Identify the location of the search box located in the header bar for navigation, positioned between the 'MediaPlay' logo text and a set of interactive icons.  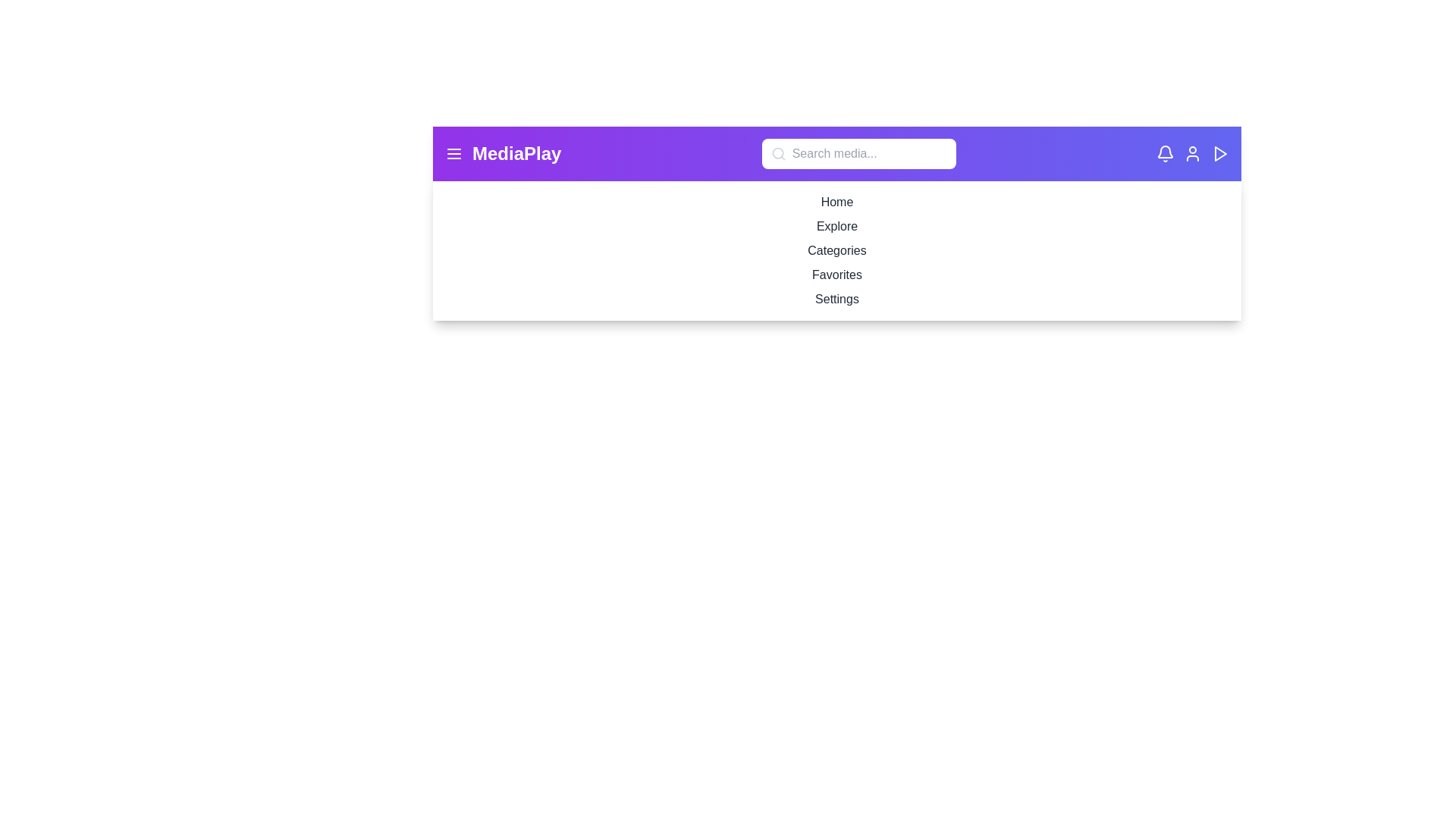
(836, 154).